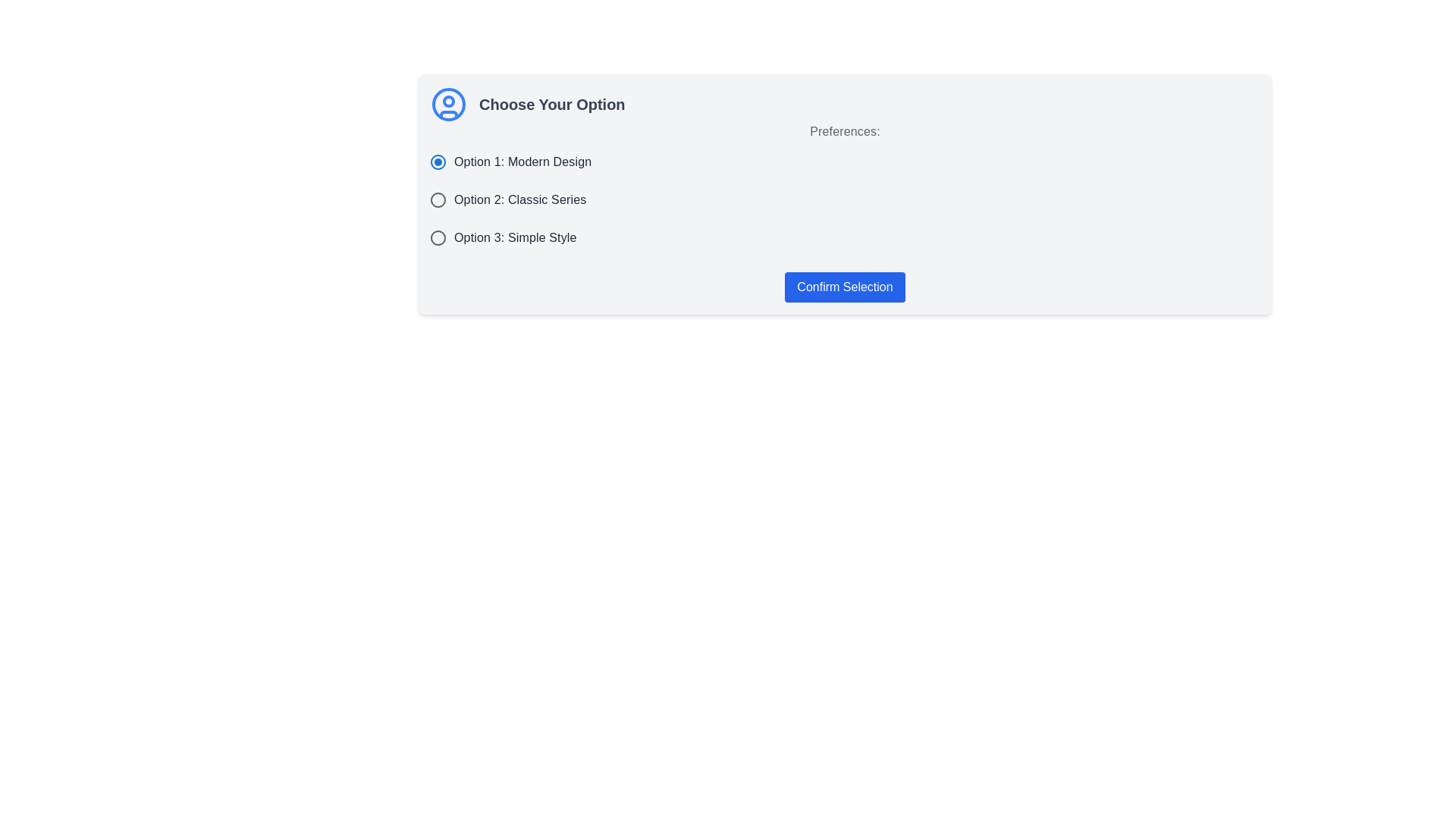 The image size is (1456, 819). What do you see at coordinates (437, 237) in the screenshot?
I see `the unchecked radio button located in the third option of the vertical list` at bounding box center [437, 237].